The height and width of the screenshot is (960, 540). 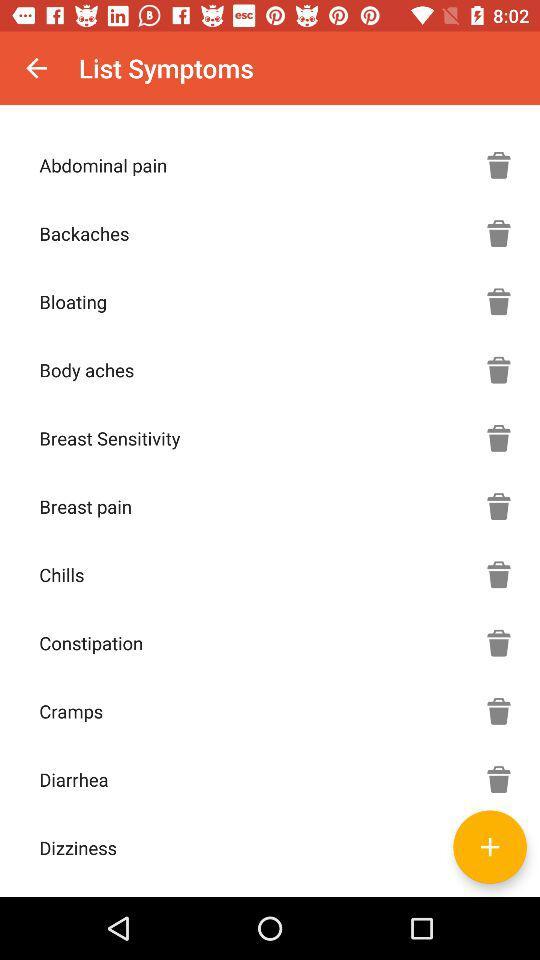 What do you see at coordinates (498, 642) in the screenshot?
I see `delete the option` at bounding box center [498, 642].